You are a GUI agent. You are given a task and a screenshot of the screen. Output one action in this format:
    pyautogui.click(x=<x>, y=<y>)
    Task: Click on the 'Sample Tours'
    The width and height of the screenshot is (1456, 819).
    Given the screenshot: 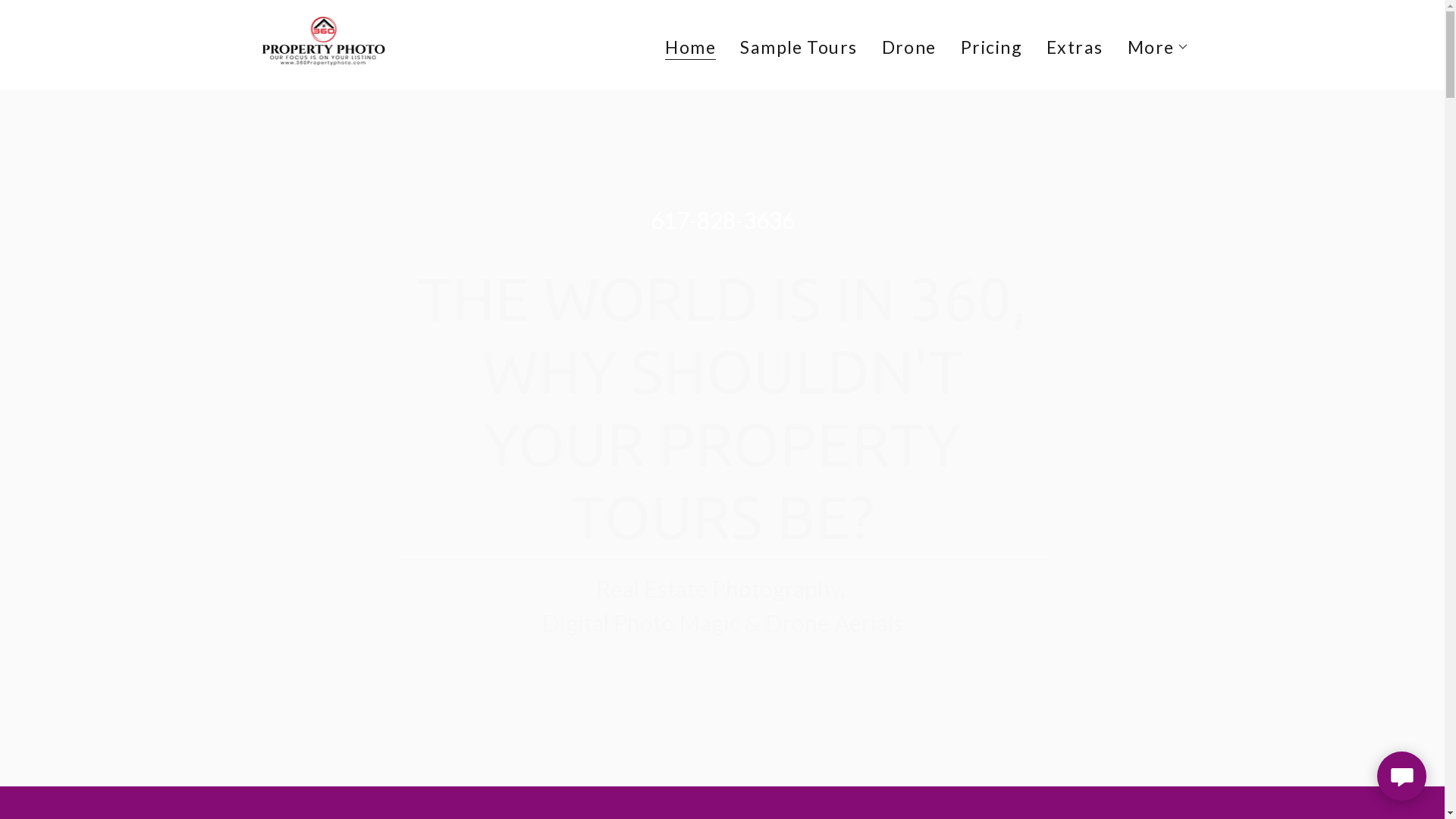 What is the action you would take?
    pyautogui.click(x=797, y=45)
    